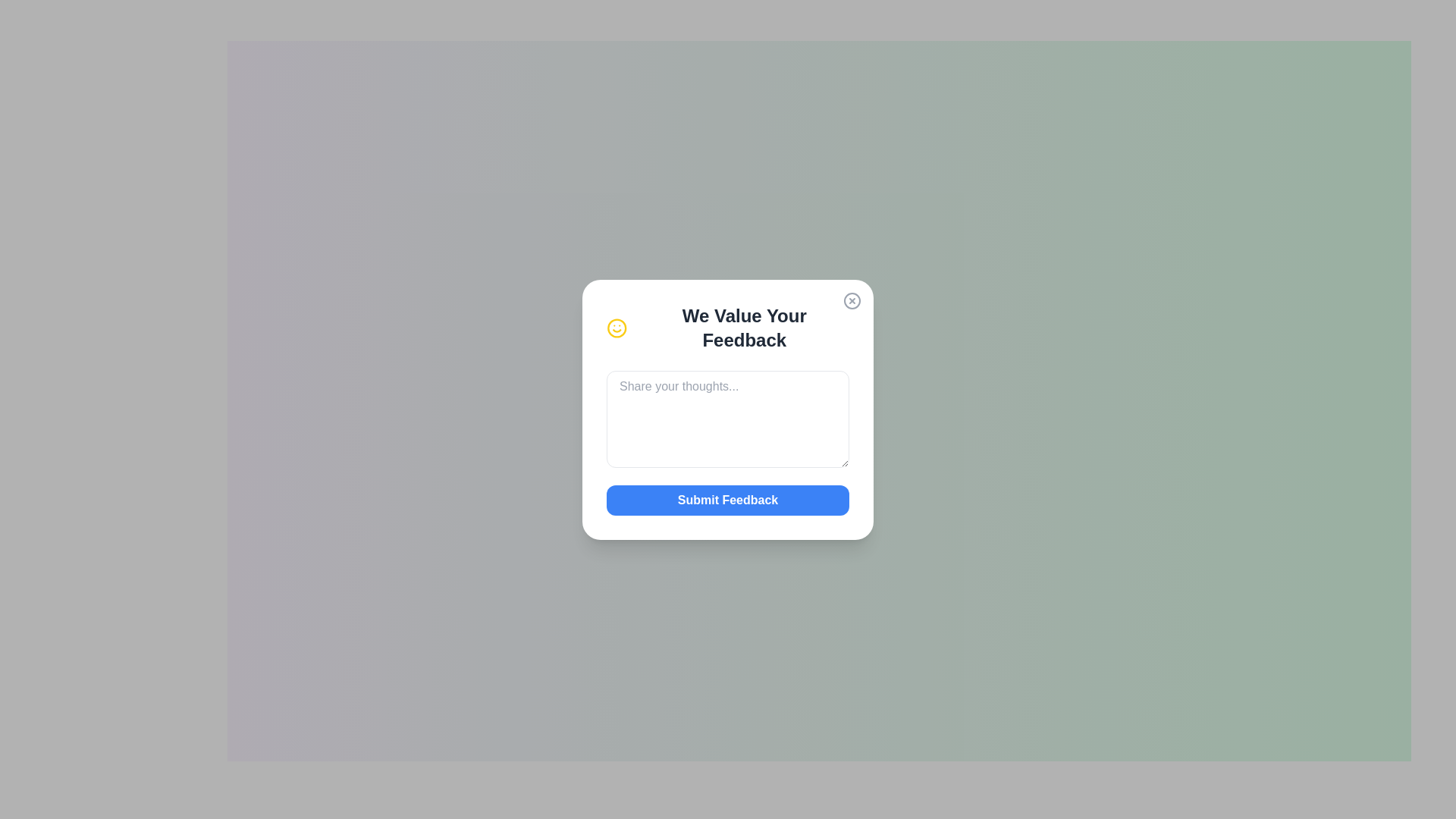 This screenshot has width=1456, height=819. Describe the element at coordinates (617, 327) in the screenshot. I see `the yellow smiley face icon, which is positioned to the left of the text 'We Value Your Feedback' in the feedback form` at that location.